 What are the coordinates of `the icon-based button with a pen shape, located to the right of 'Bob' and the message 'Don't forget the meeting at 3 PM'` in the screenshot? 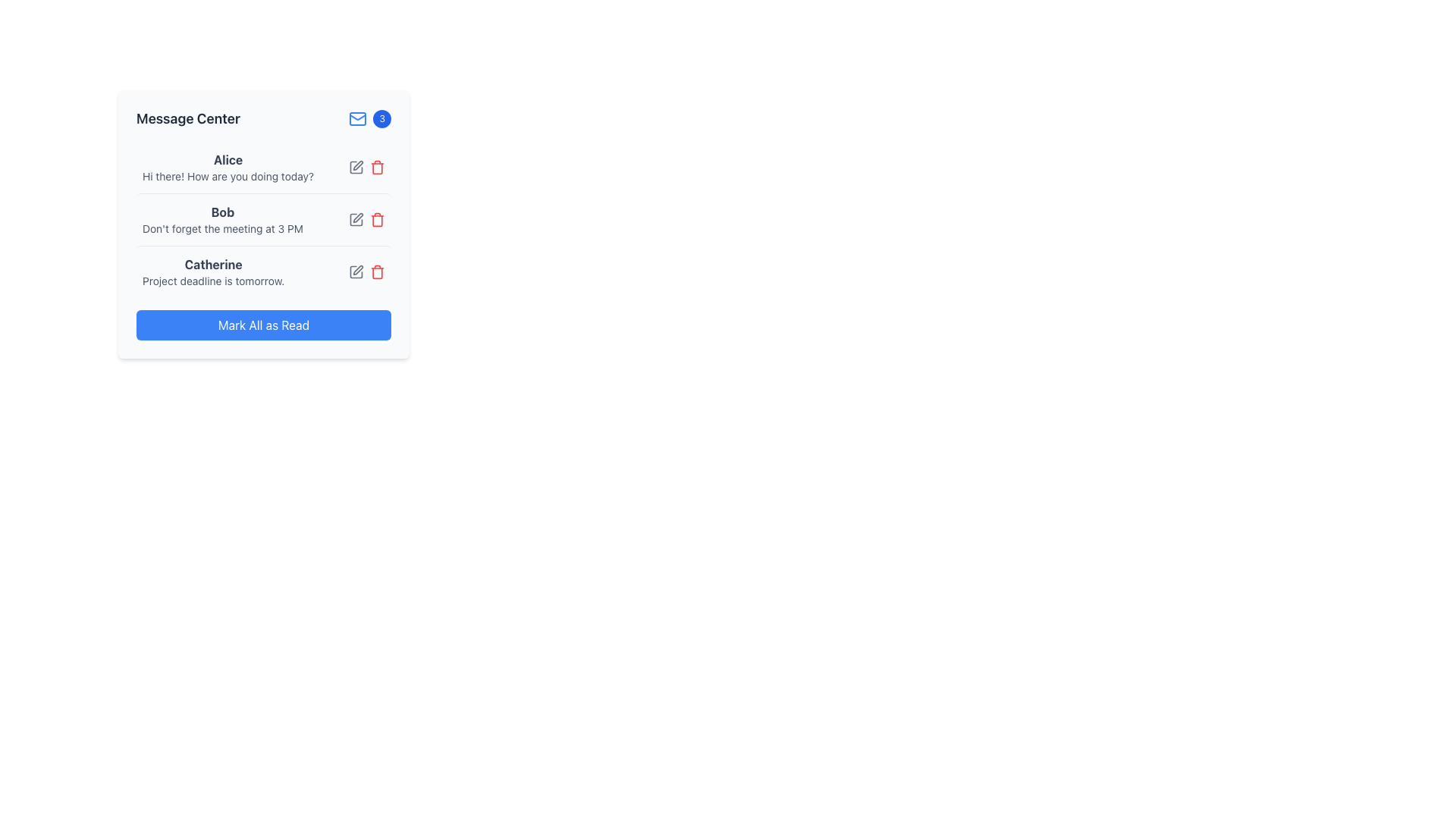 It's located at (356, 219).